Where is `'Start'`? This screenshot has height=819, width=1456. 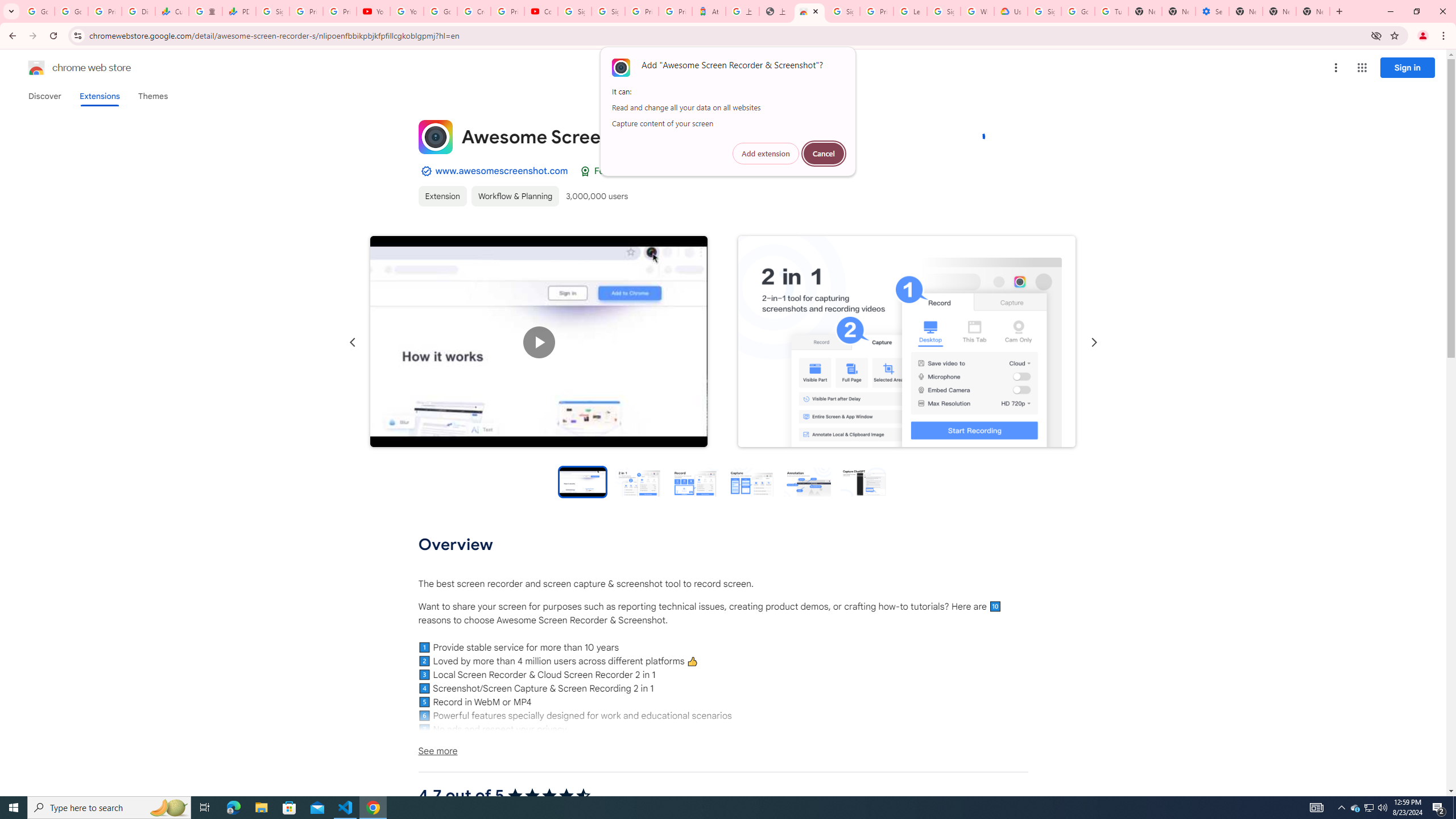 'Start' is located at coordinates (14, 806).